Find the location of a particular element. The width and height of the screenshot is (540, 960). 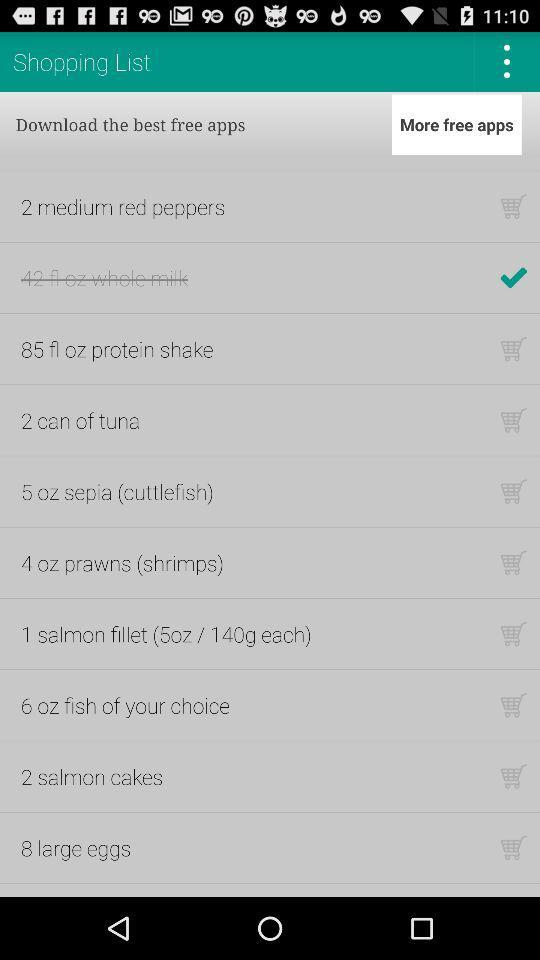

item above the 2 salmon cakes item is located at coordinates (125, 705).